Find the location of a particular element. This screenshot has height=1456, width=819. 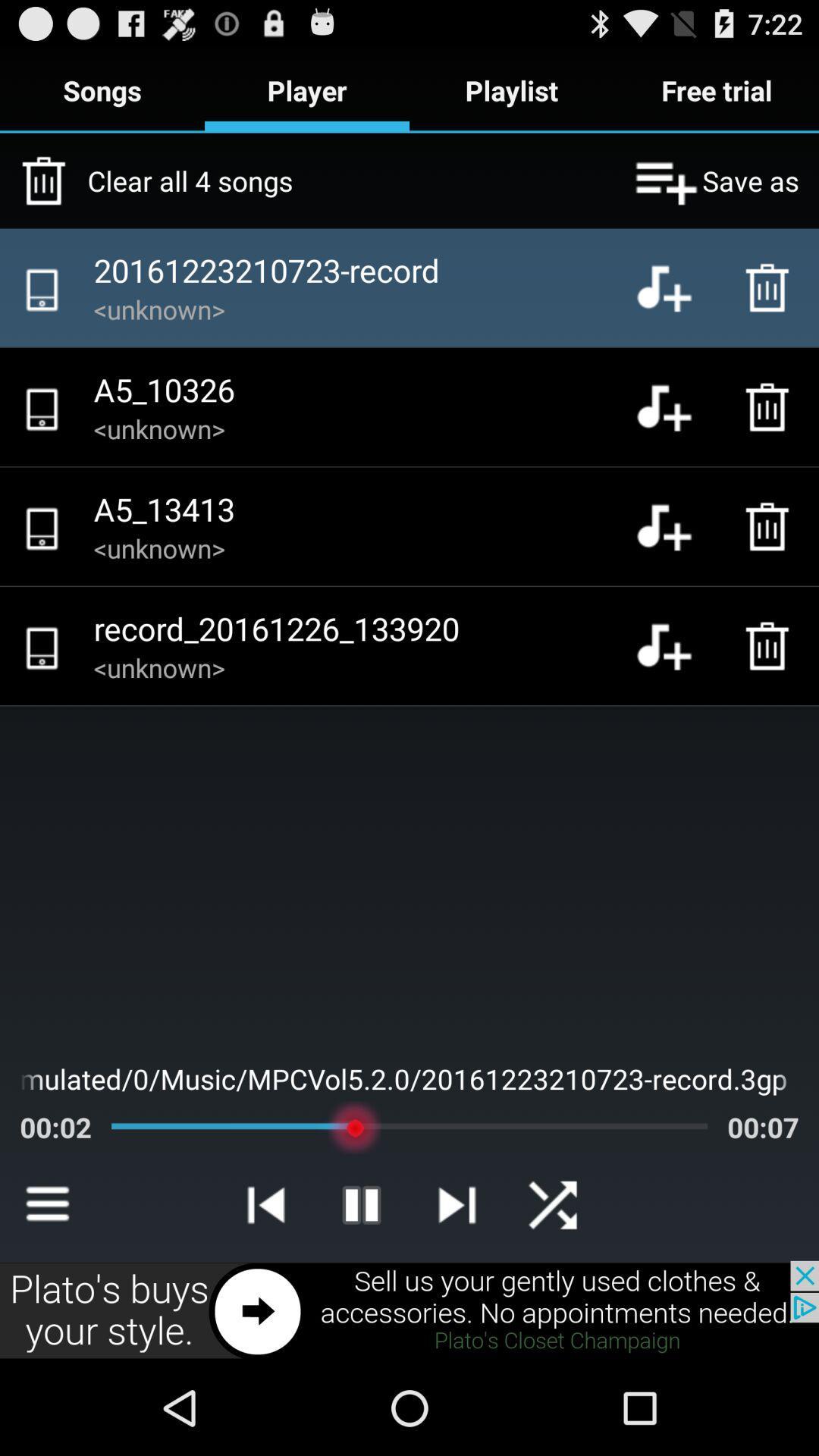

this button next is located at coordinates (409, 1310).